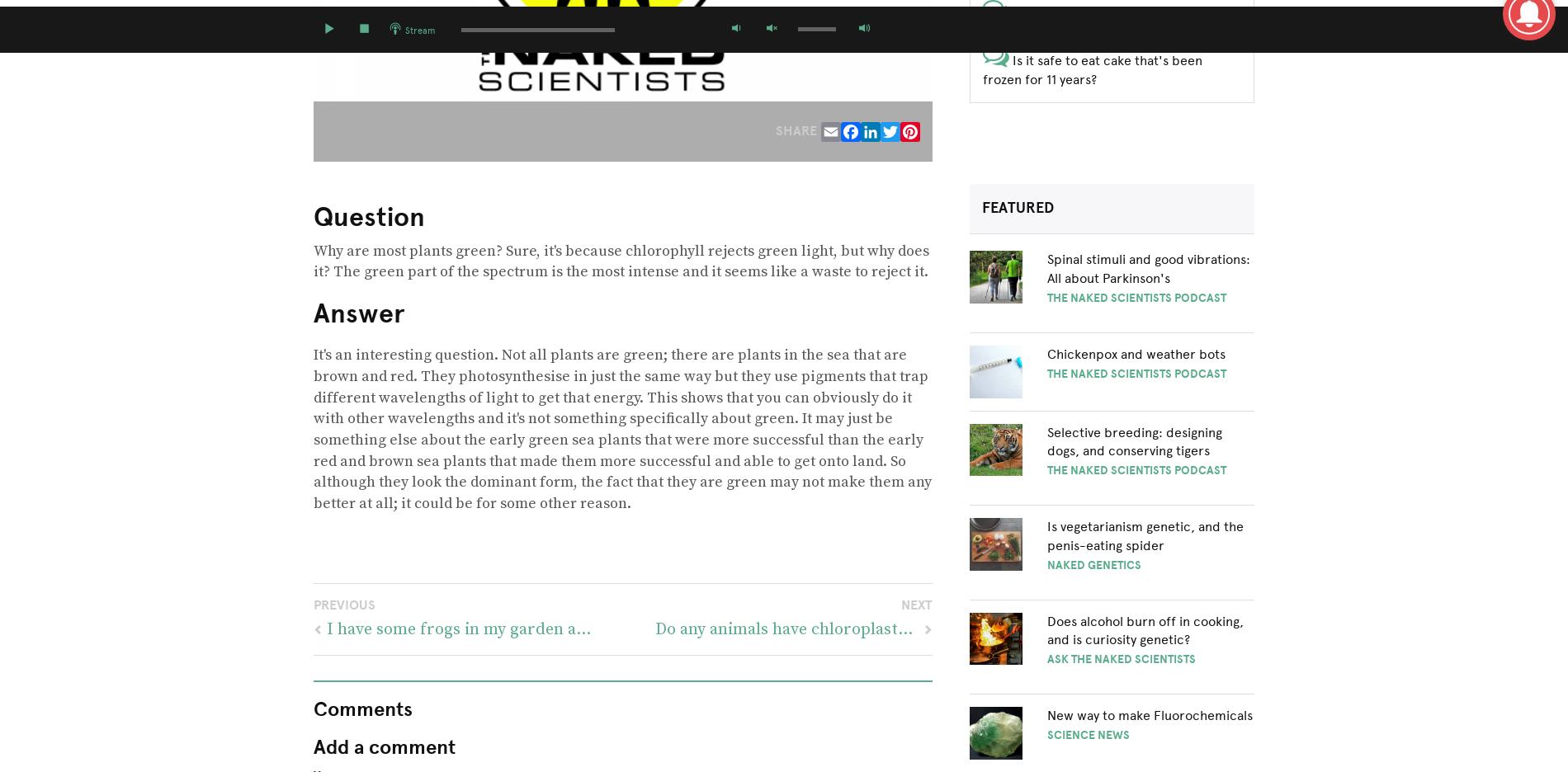  Describe the element at coordinates (796, 129) in the screenshot. I see `'Share'` at that location.